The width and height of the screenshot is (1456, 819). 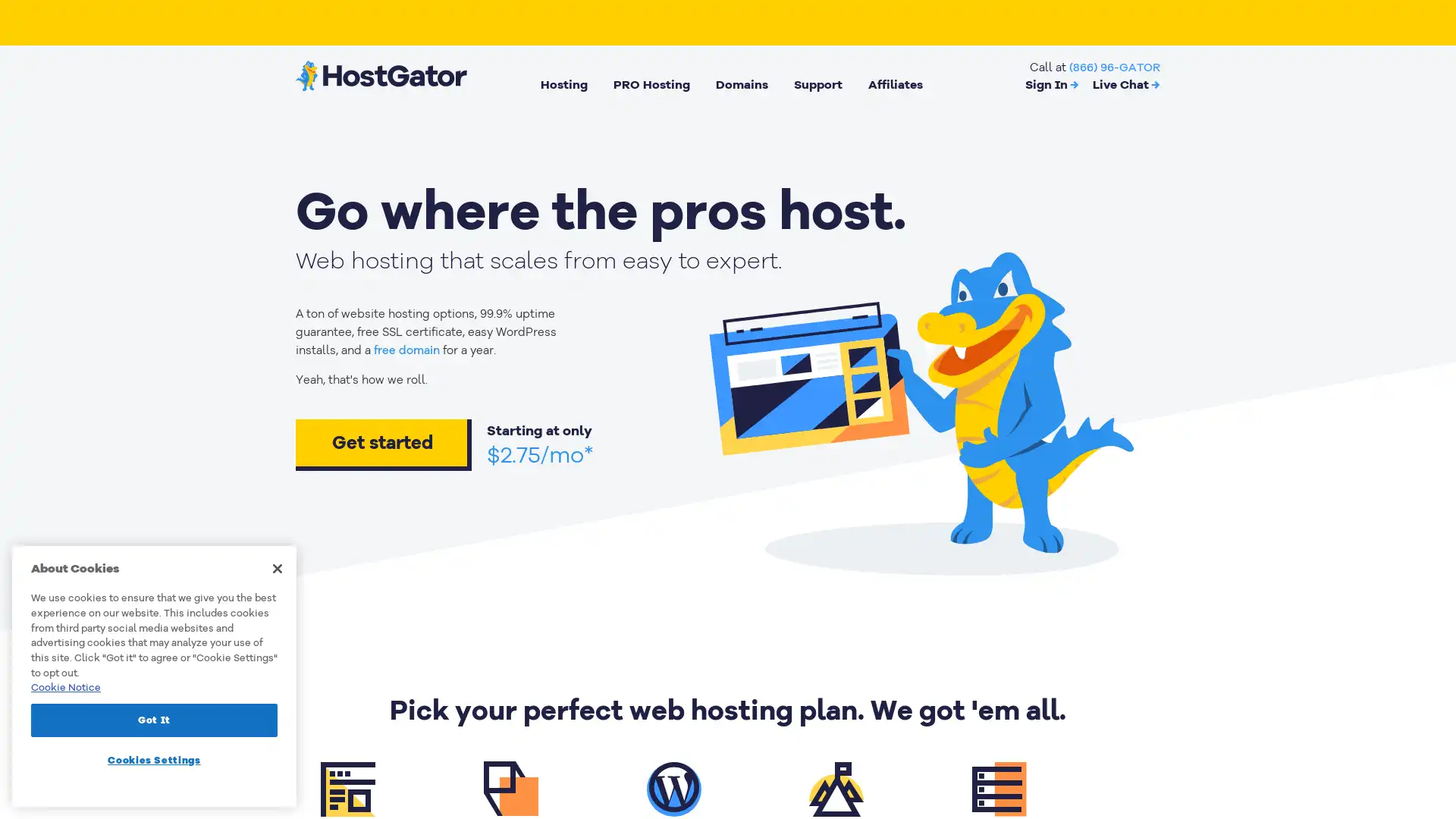 What do you see at coordinates (406, 350) in the screenshot?
I see `free domain` at bounding box center [406, 350].